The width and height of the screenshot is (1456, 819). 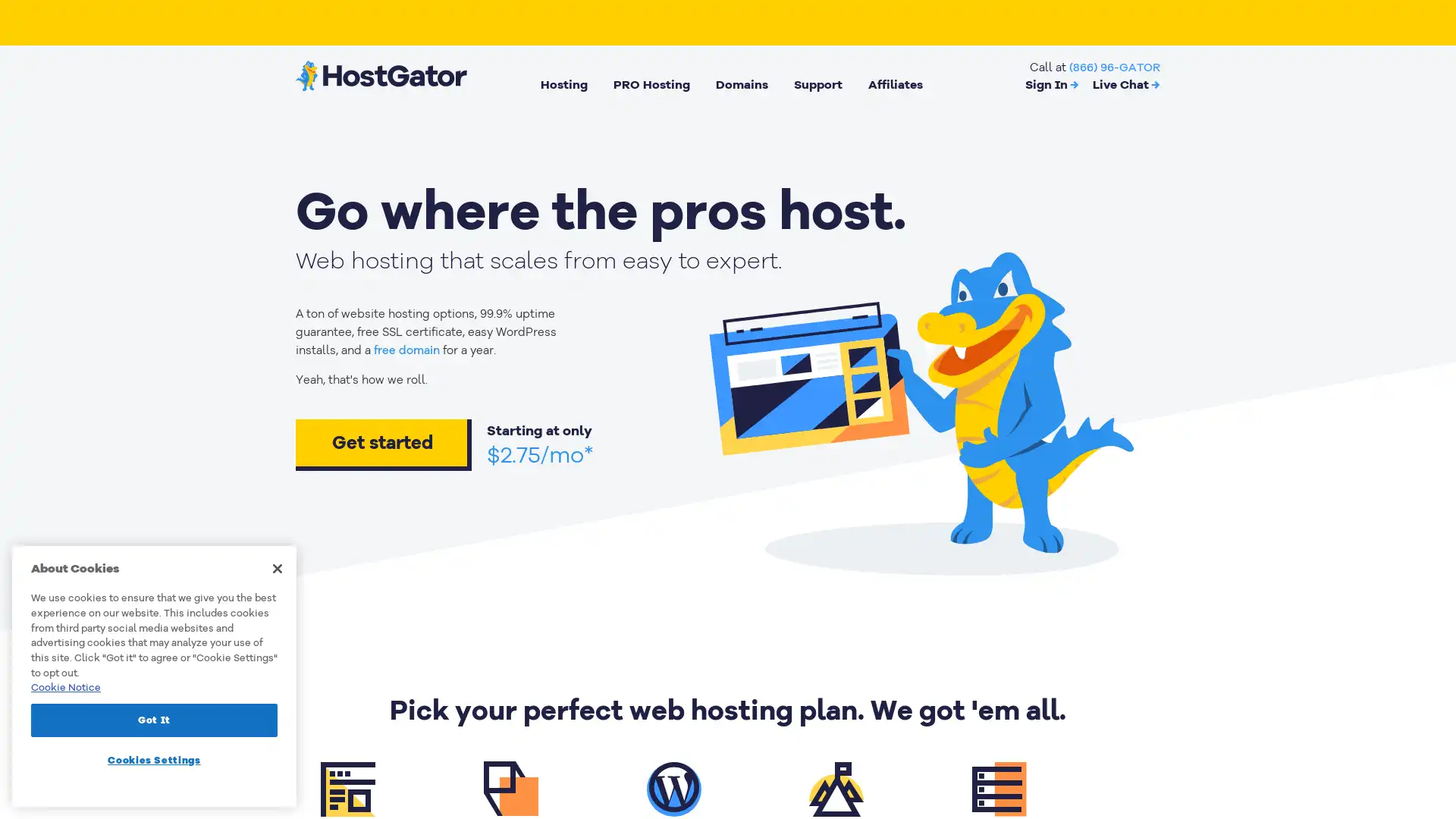 What do you see at coordinates (406, 350) in the screenshot?
I see `free domain` at bounding box center [406, 350].